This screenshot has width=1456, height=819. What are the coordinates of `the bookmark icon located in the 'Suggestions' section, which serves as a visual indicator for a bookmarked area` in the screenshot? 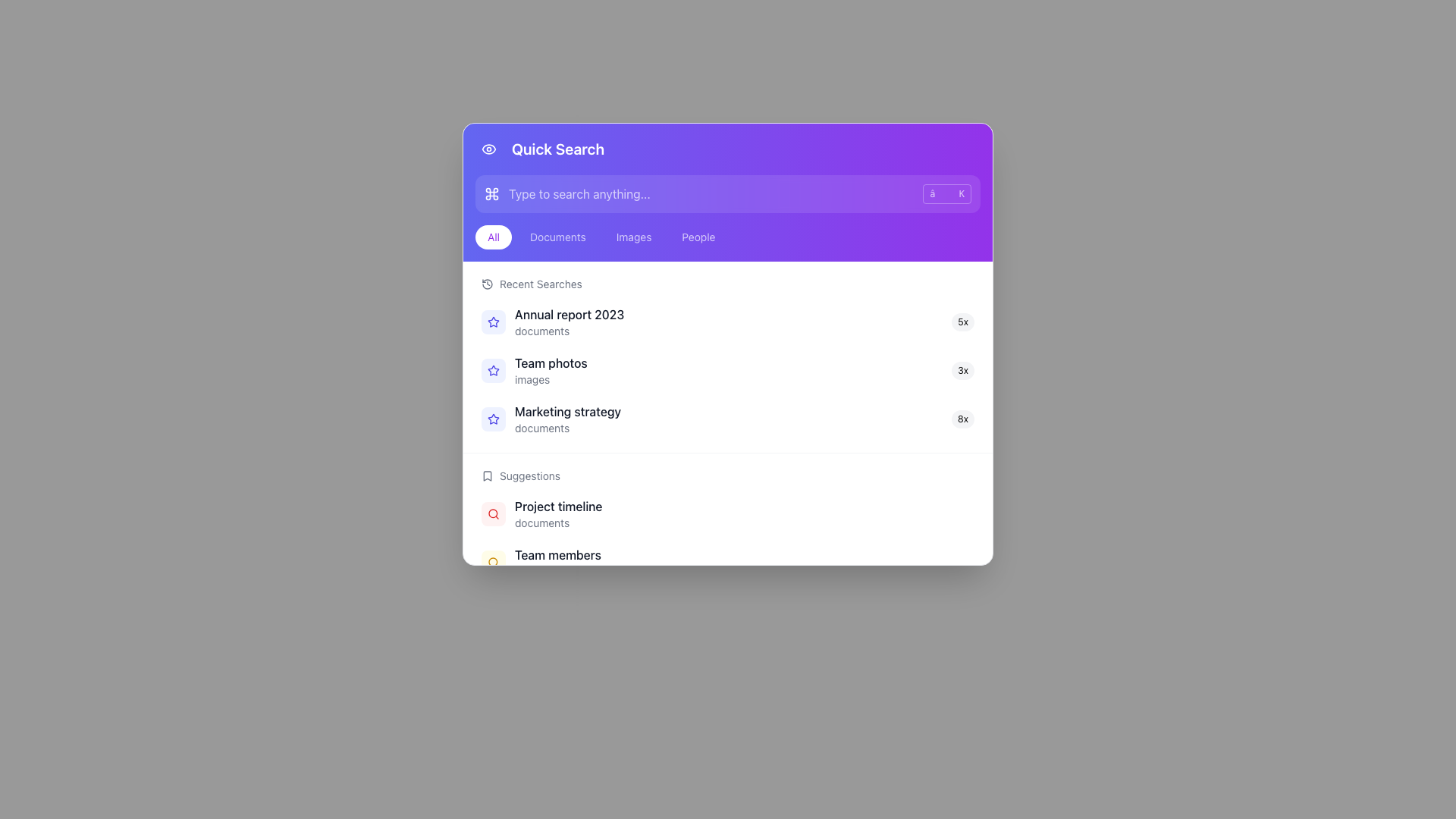 It's located at (488, 475).